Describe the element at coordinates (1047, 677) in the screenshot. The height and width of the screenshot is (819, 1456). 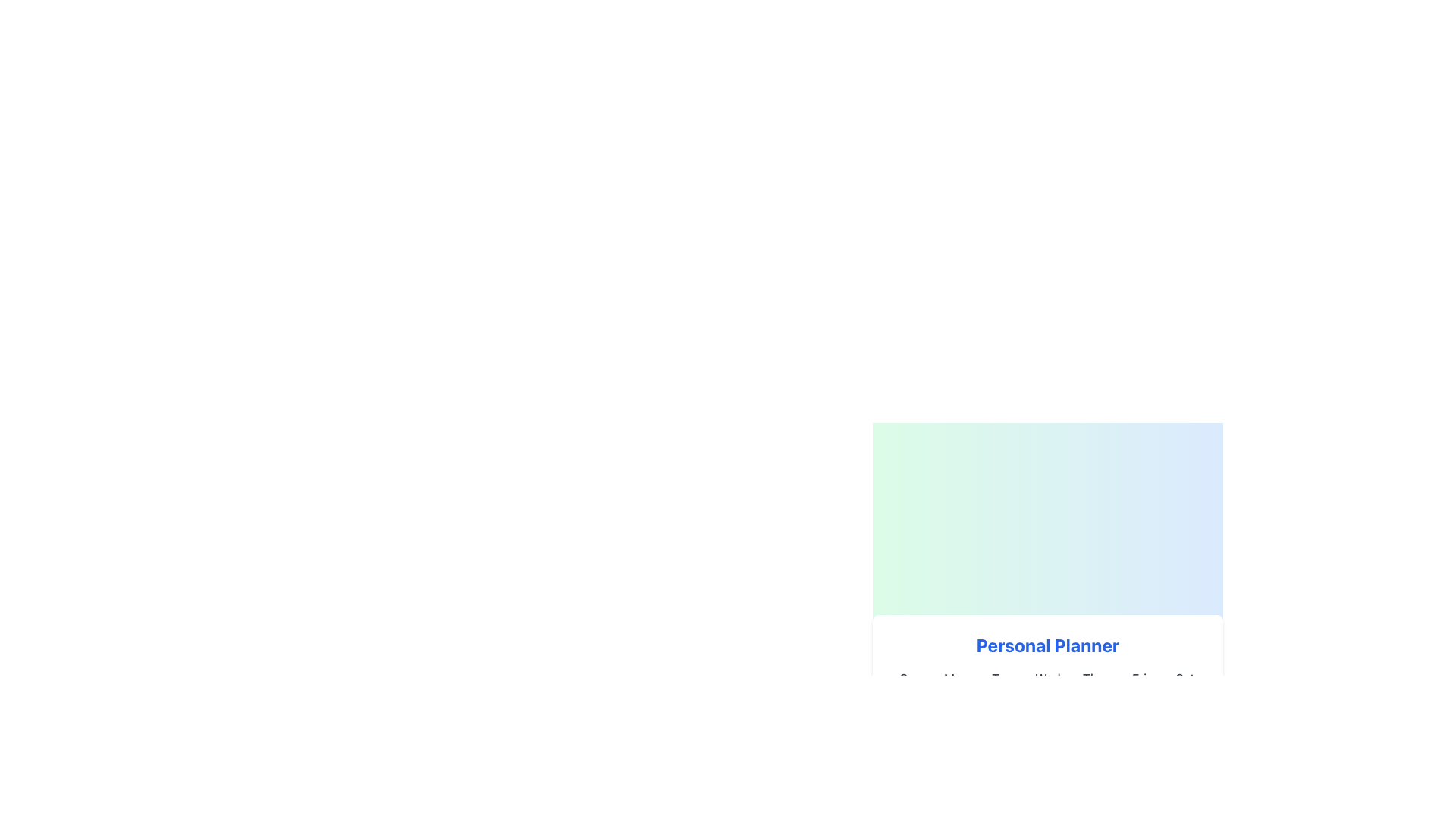
I see `the static text element displaying 'Wed', which is the fourth abbreviation in a horizontal list of days of the week, located near the bottom of the 'Personal Planner' box` at that location.